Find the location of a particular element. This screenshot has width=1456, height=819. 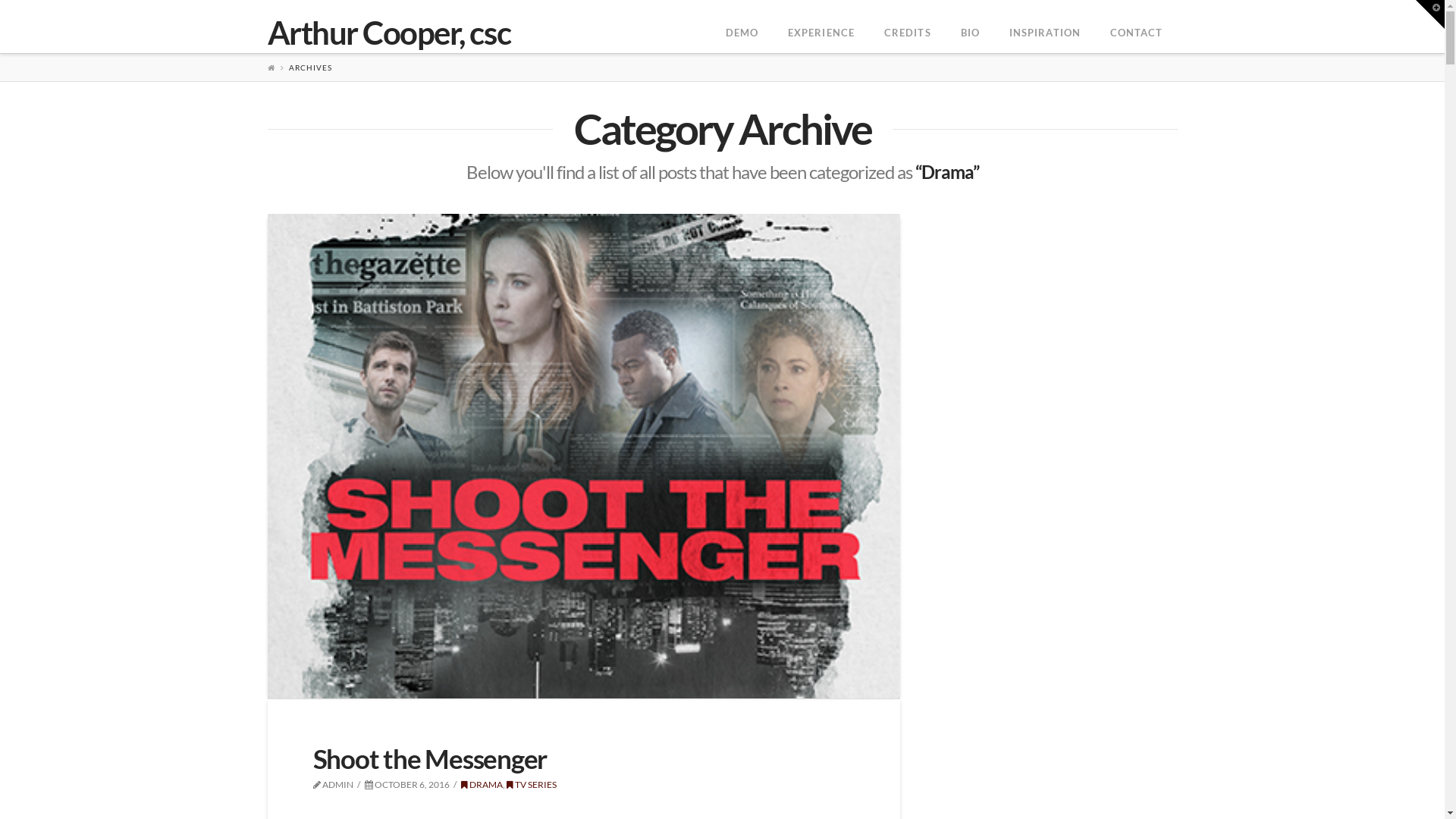

'BIO' is located at coordinates (968, 26).